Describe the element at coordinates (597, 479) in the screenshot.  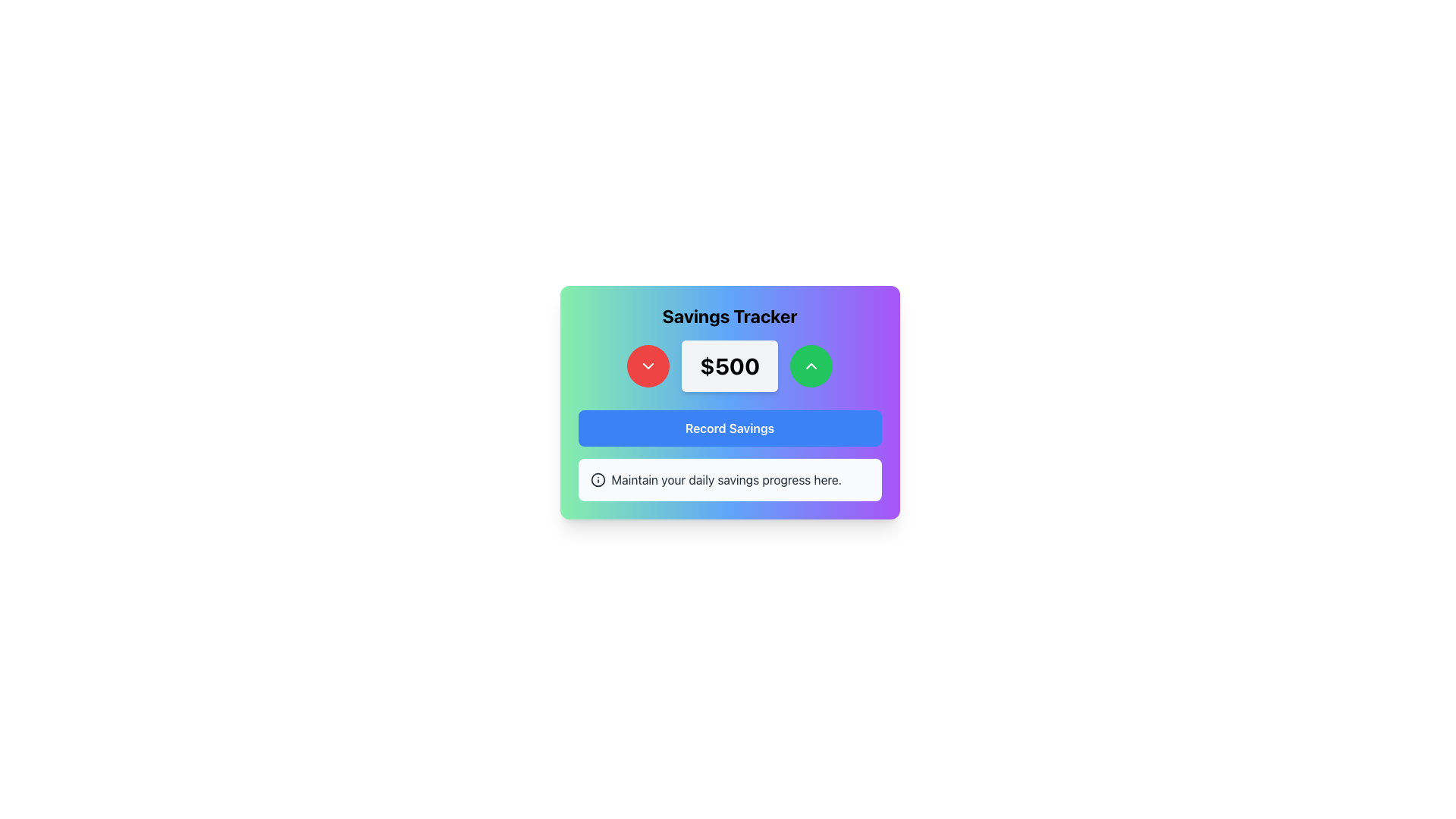
I see `the small circular graphic (SVG Circle) that has an outline styled as a ring, located next to the textual instruction and part of a tooltip-like component at the bottom of the 'Record Savings' button` at that location.